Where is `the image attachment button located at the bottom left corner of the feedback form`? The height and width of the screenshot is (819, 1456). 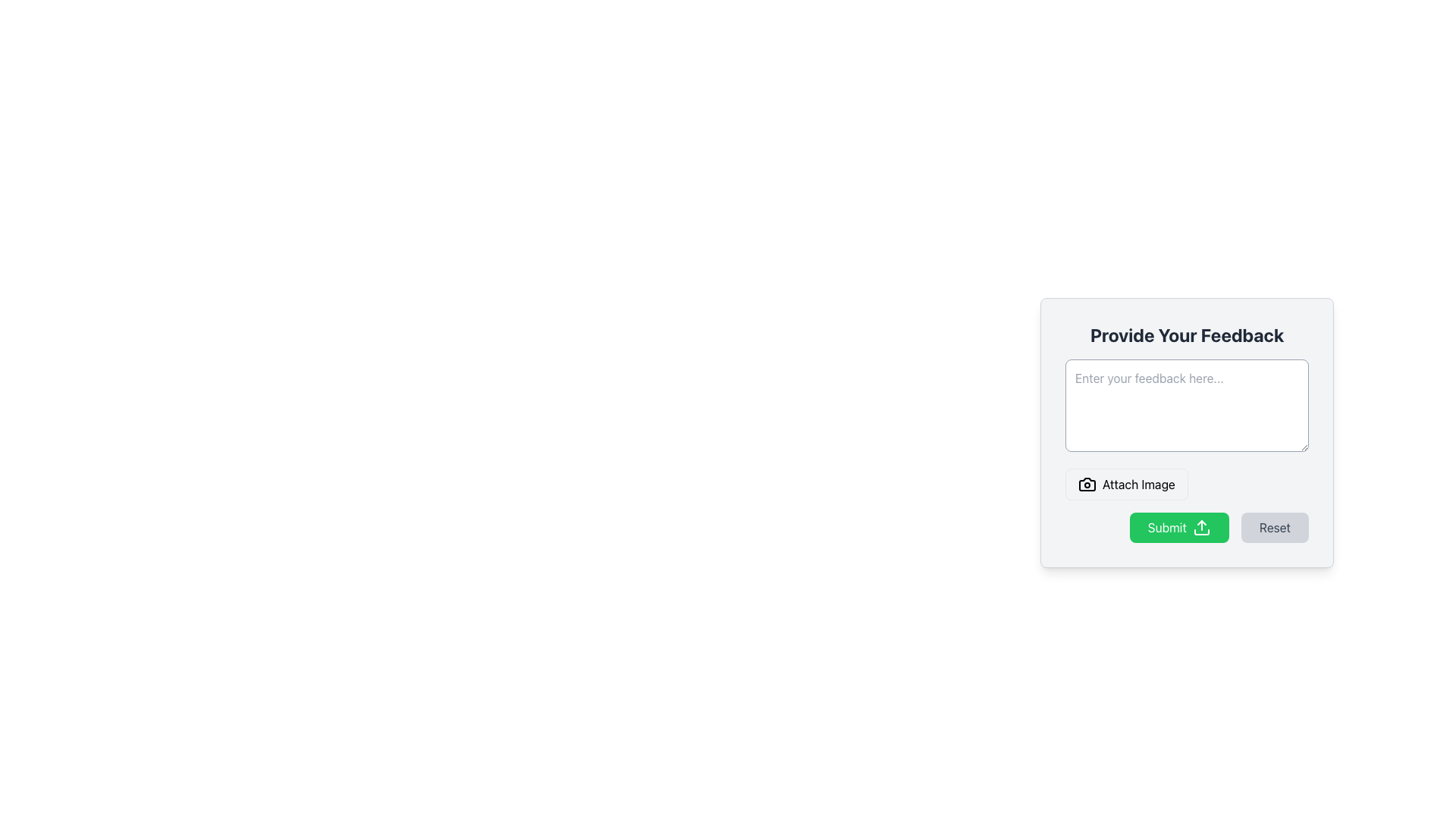
the image attachment button located at the bottom left corner of the feedback form is located at coordinates (1126, 485).